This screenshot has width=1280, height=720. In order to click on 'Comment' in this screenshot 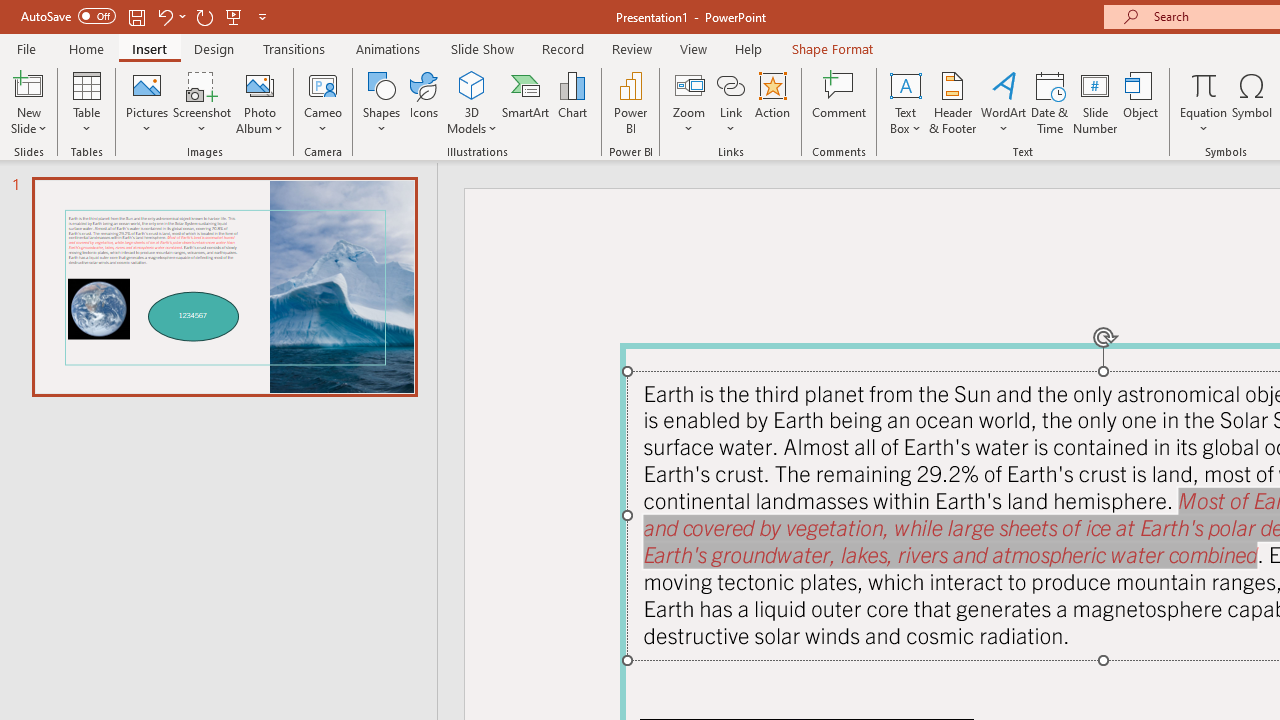, I will do `click(839, 103)`.